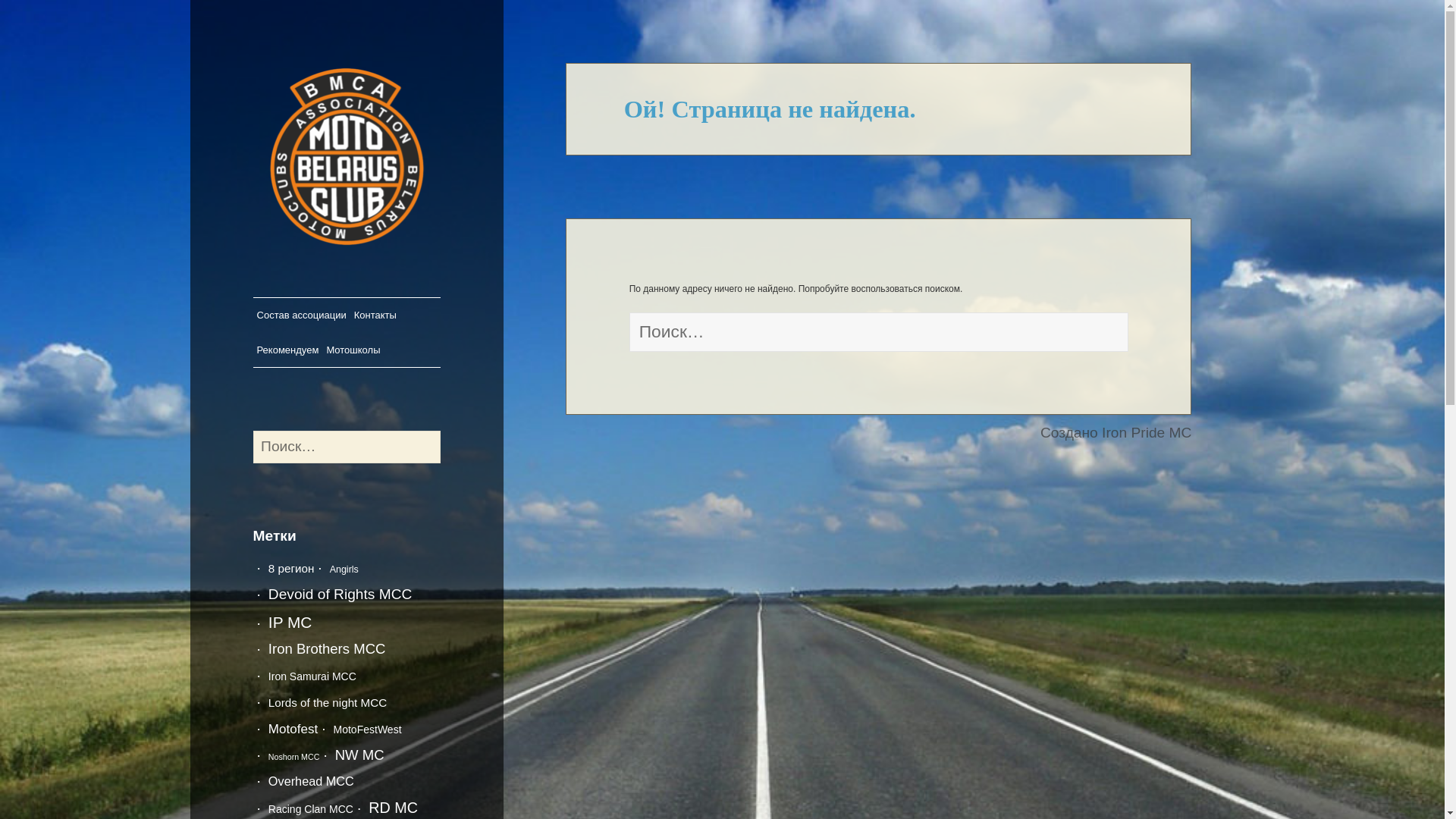 The image size is (1456, 819). Describe the element at coordinates (312, 675) in the screenshot. I see `'Iron Samurai MCC'` at that location.